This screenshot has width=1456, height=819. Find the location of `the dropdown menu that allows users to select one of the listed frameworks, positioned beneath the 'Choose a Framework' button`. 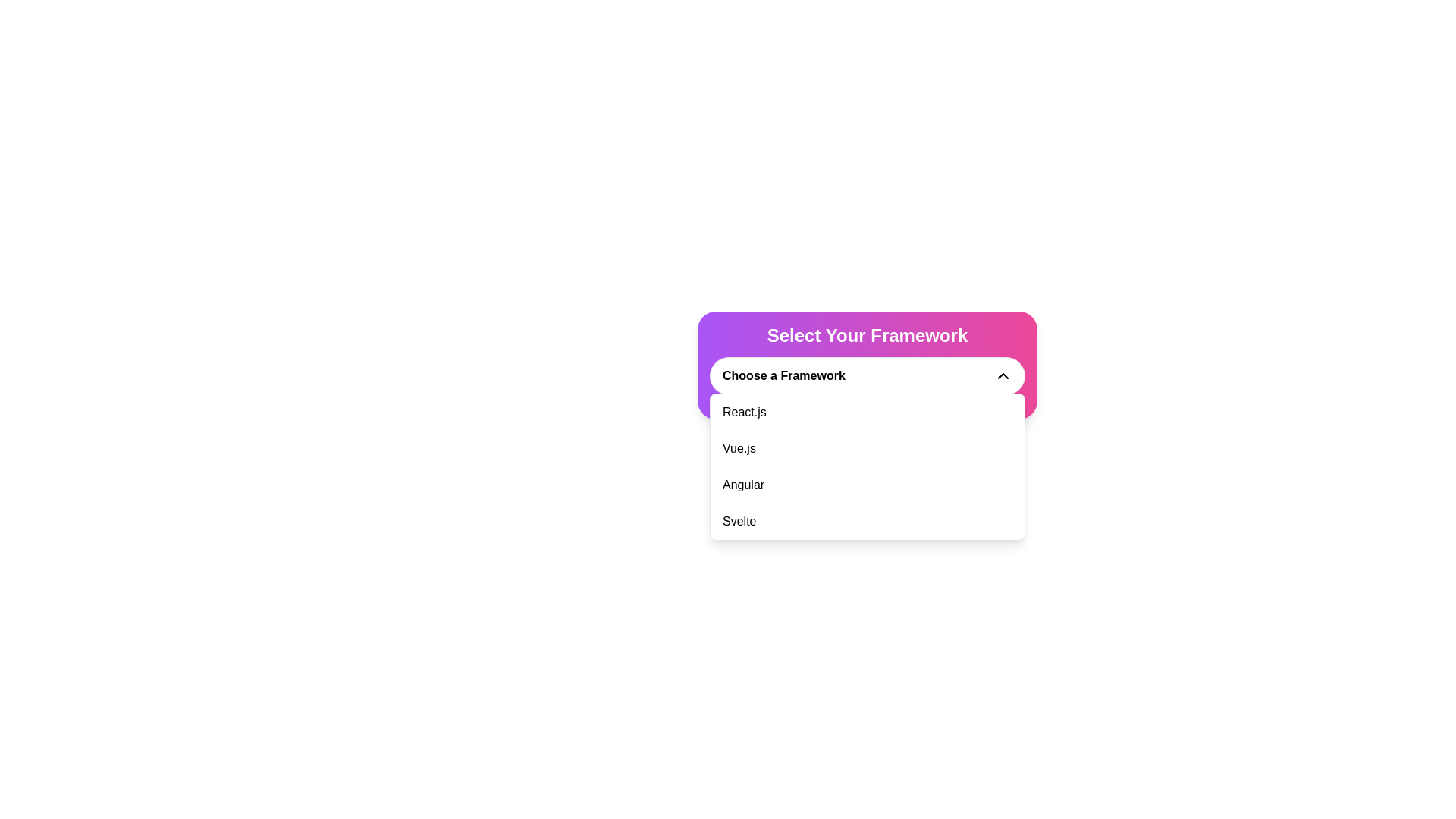

the dropdown menu that allows users to select one of the listed frameworks, positioned beneath the 'Choose a Framework' button is located at coordinates (867, 466).